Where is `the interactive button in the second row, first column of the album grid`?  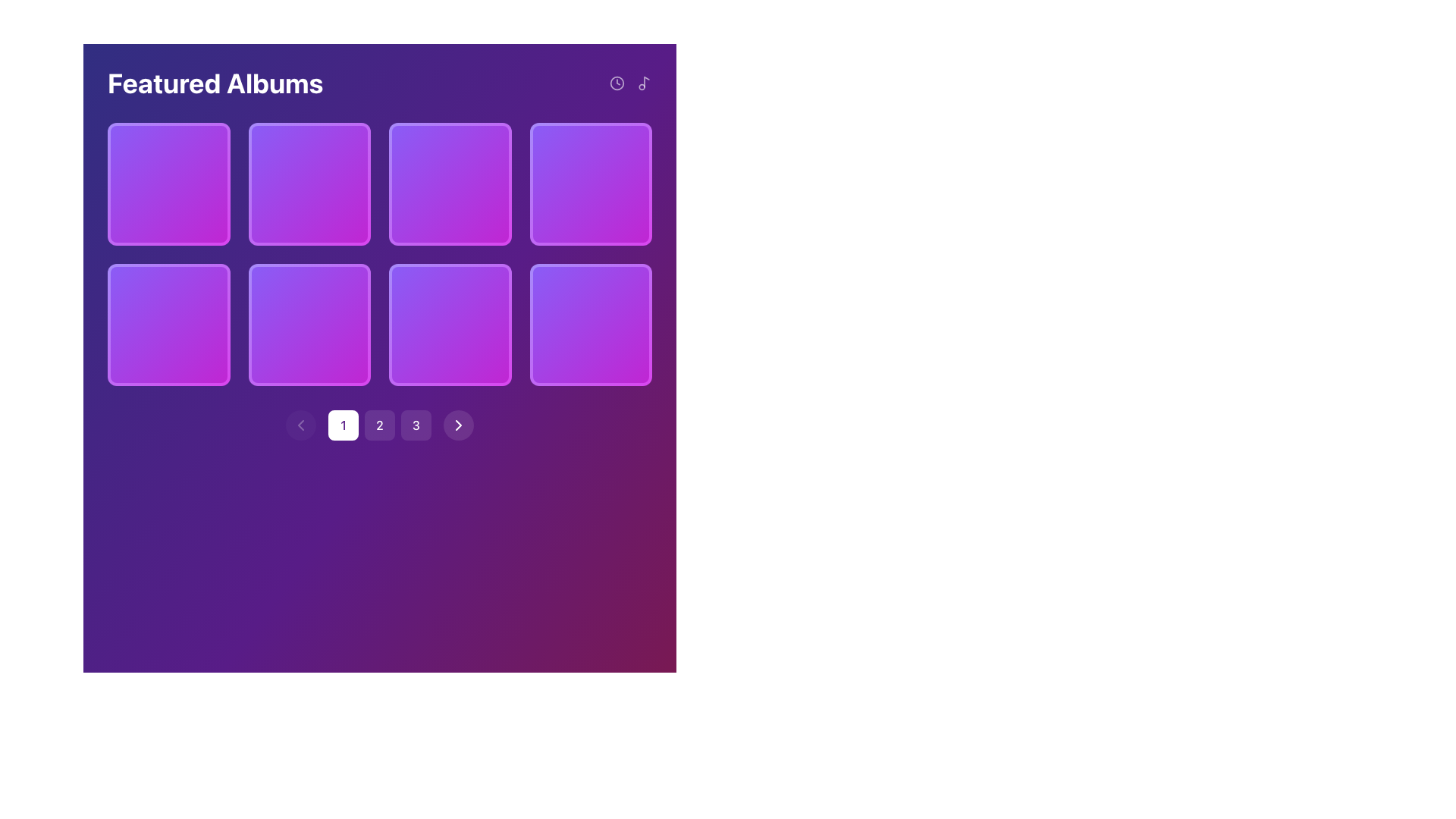
the interactive button in the second row, first column of the album grid is located at coordinates (309, 324).